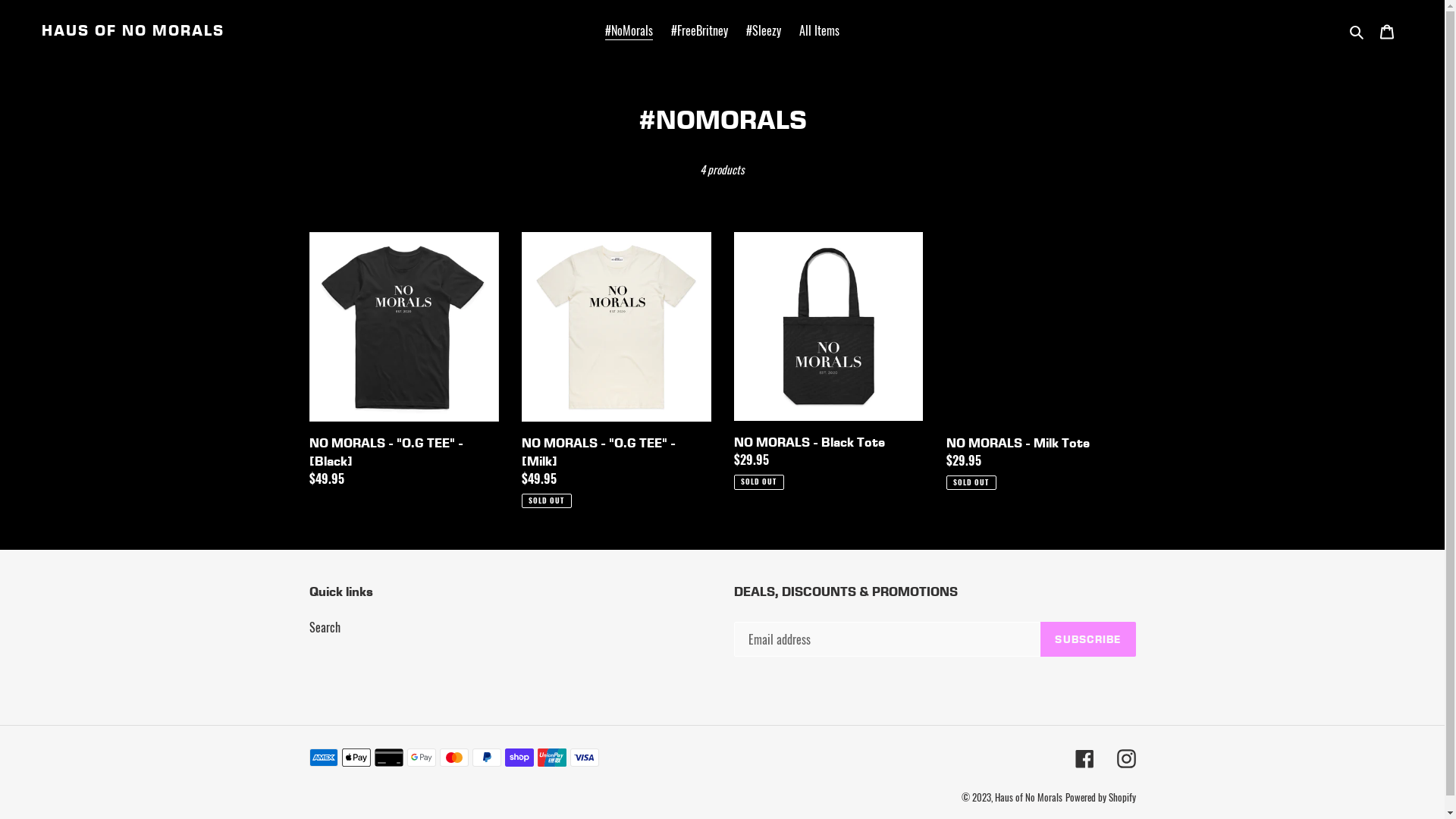 The height and width of the screenshot is (819, 1456). I want to click on 'Cart', so click(1386, 30).